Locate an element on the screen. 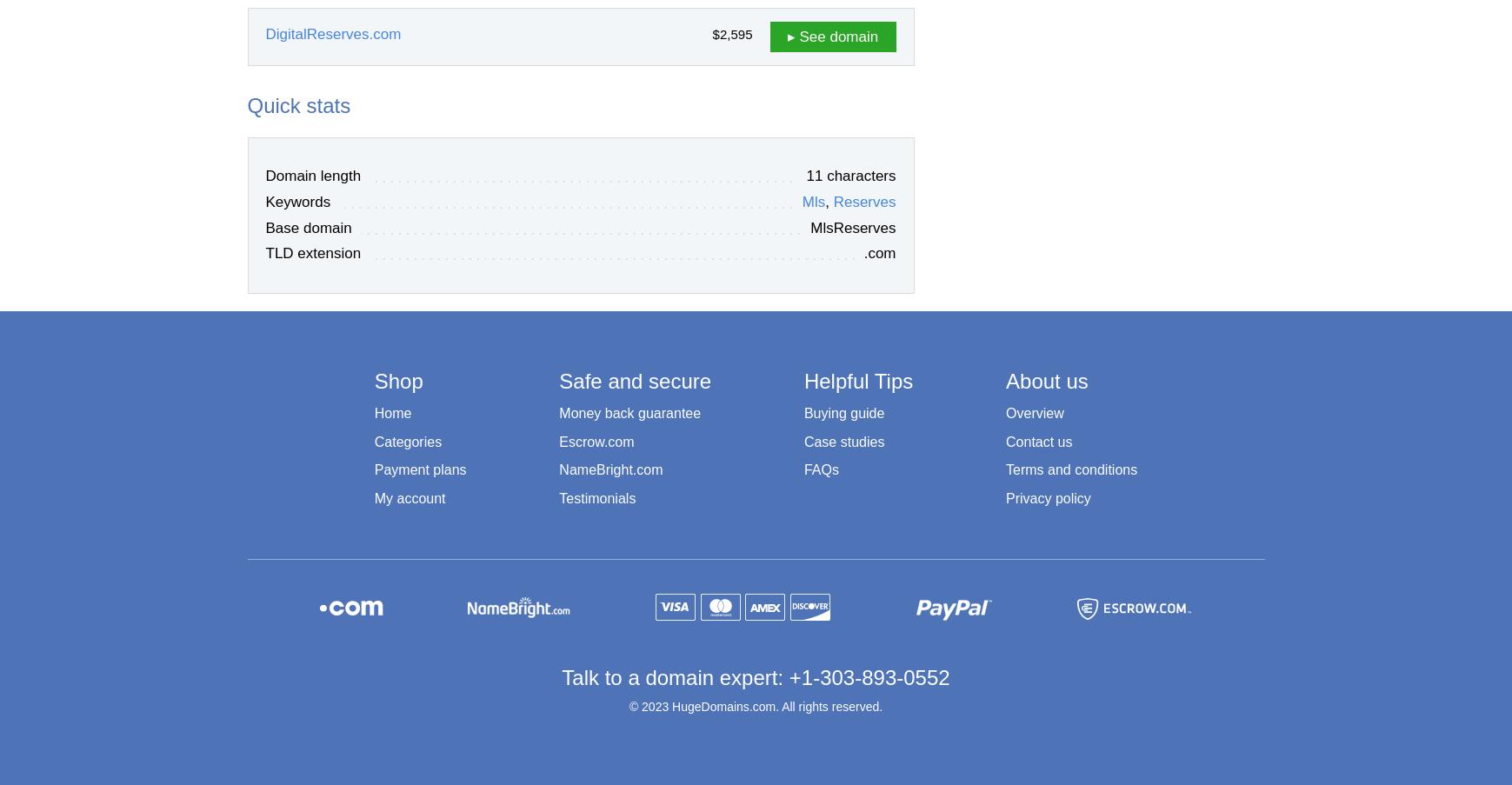  'Buying guide' is located at coordinates (843, 412).